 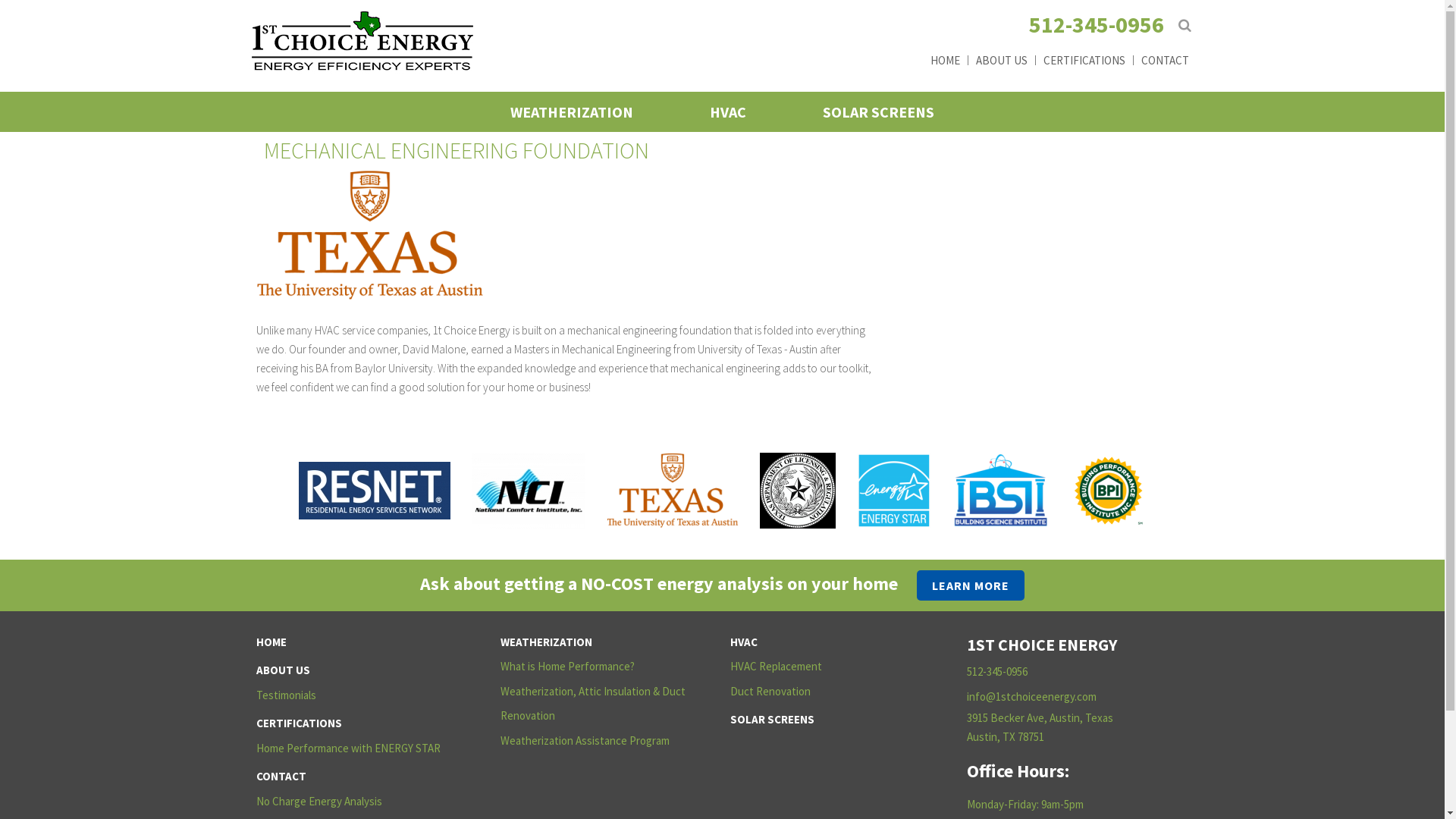 I want to click on 'SOLAR SCREENS', so click(x=878, y=111).